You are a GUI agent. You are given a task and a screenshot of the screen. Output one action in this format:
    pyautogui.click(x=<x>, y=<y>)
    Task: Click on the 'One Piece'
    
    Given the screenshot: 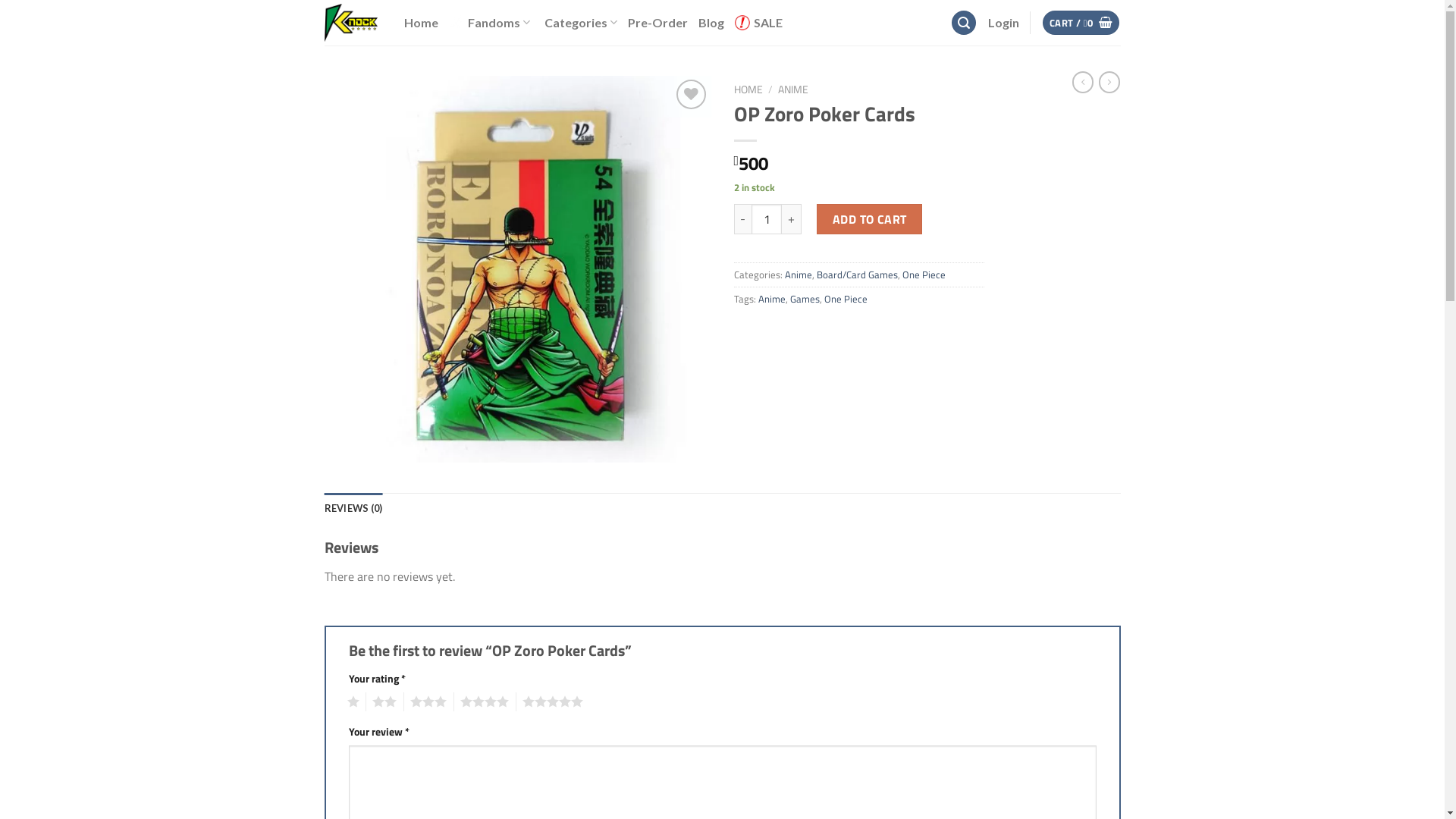 What is the action you would take?
    pyautogui.click(x=902, y=275)
    